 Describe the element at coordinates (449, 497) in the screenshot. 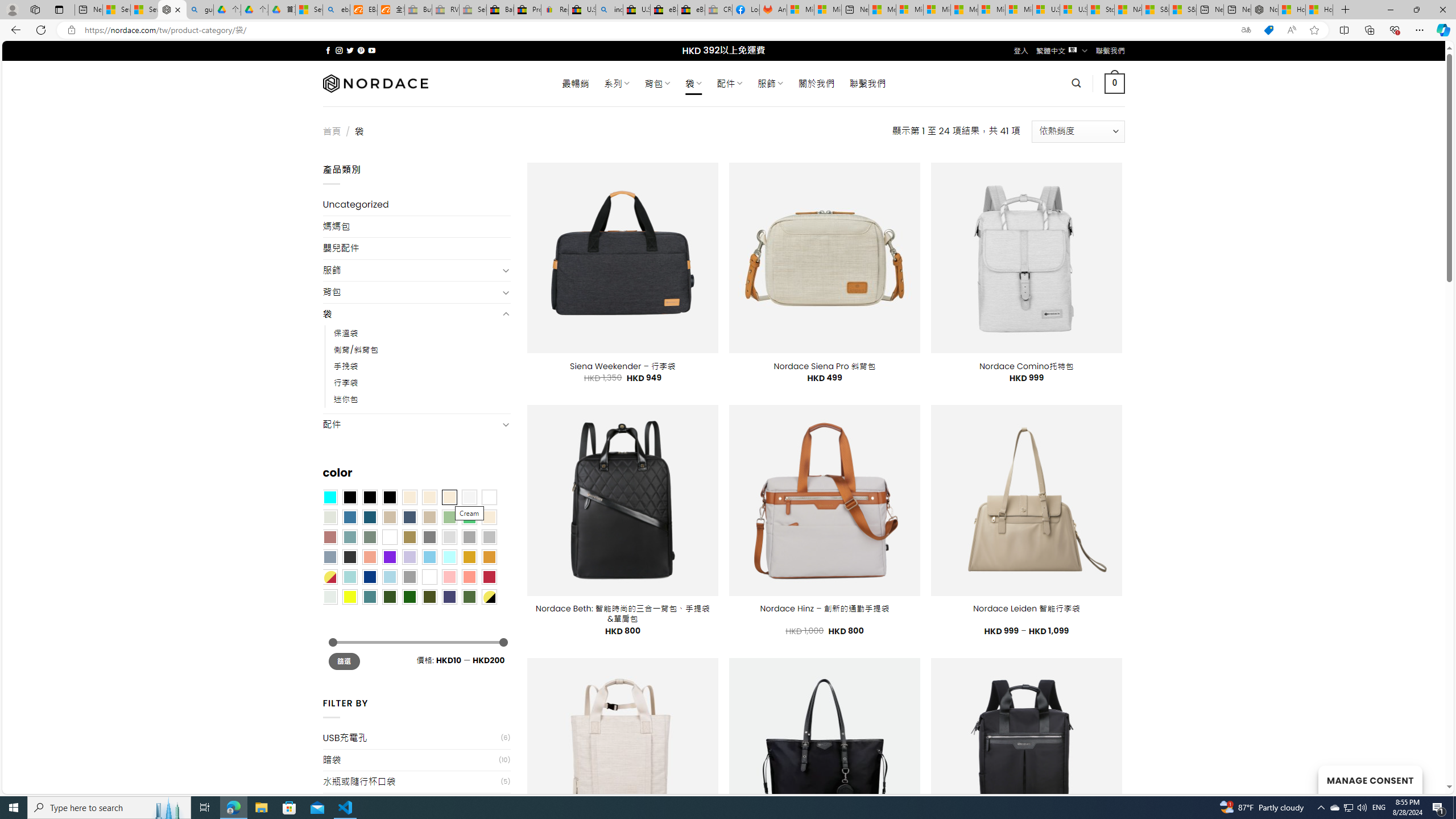

I see `'Cream'` at that location.